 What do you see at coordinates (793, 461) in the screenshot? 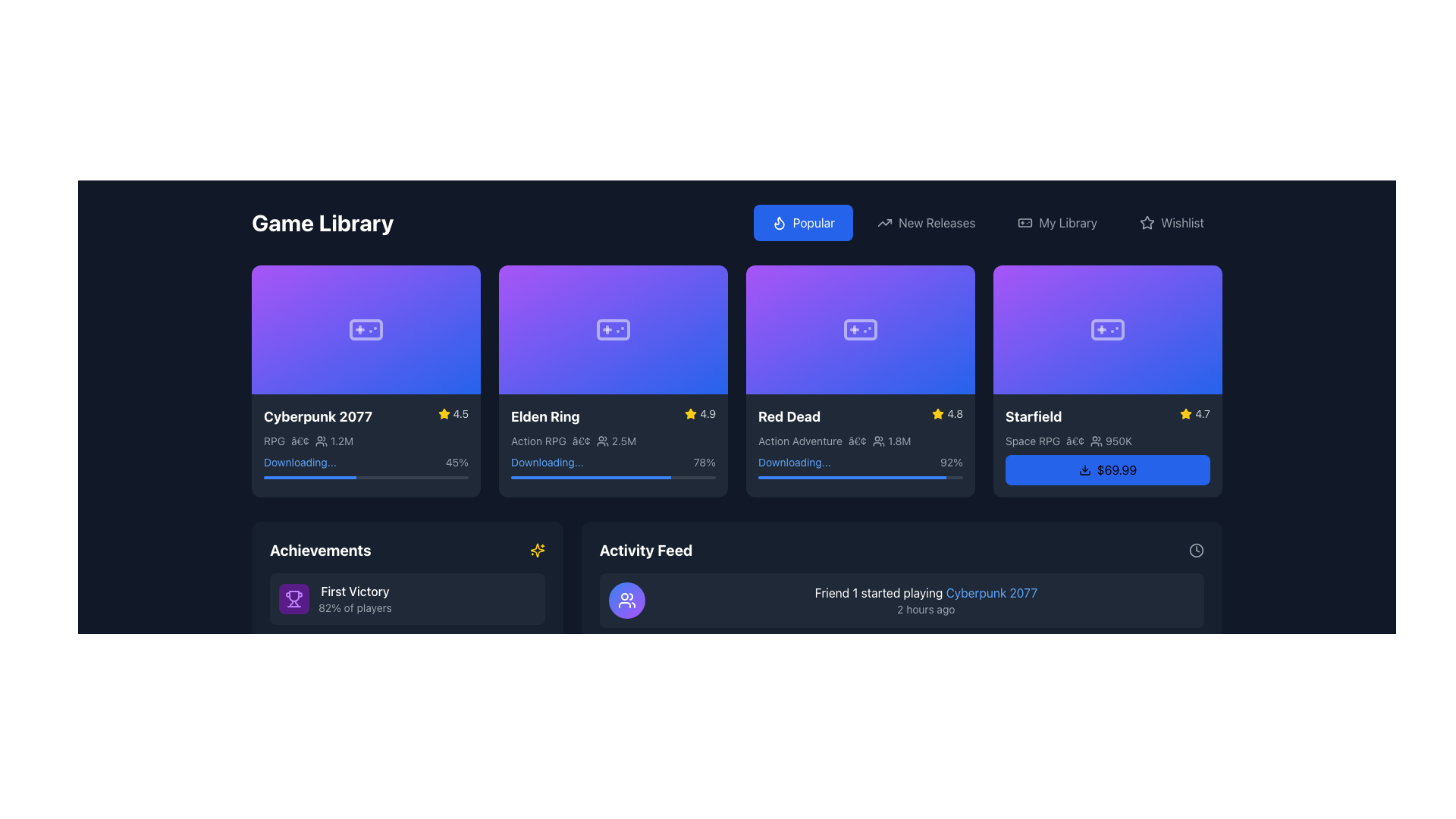
I see `the 'Downloading...' text label, which is styled in blue and located in the progress section of the third game card` at bounding box center [793, 461].